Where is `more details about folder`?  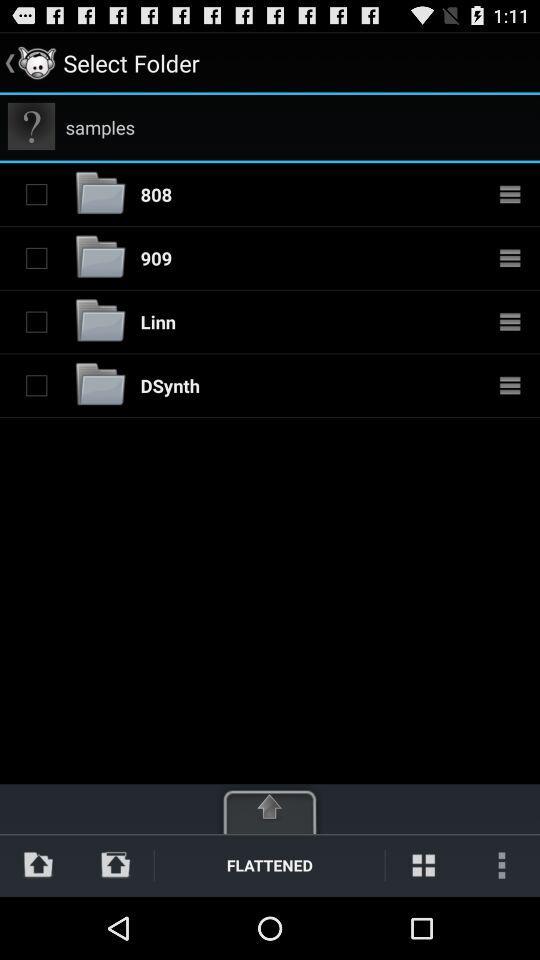 more details about folder is located at coordinates (510, 256).